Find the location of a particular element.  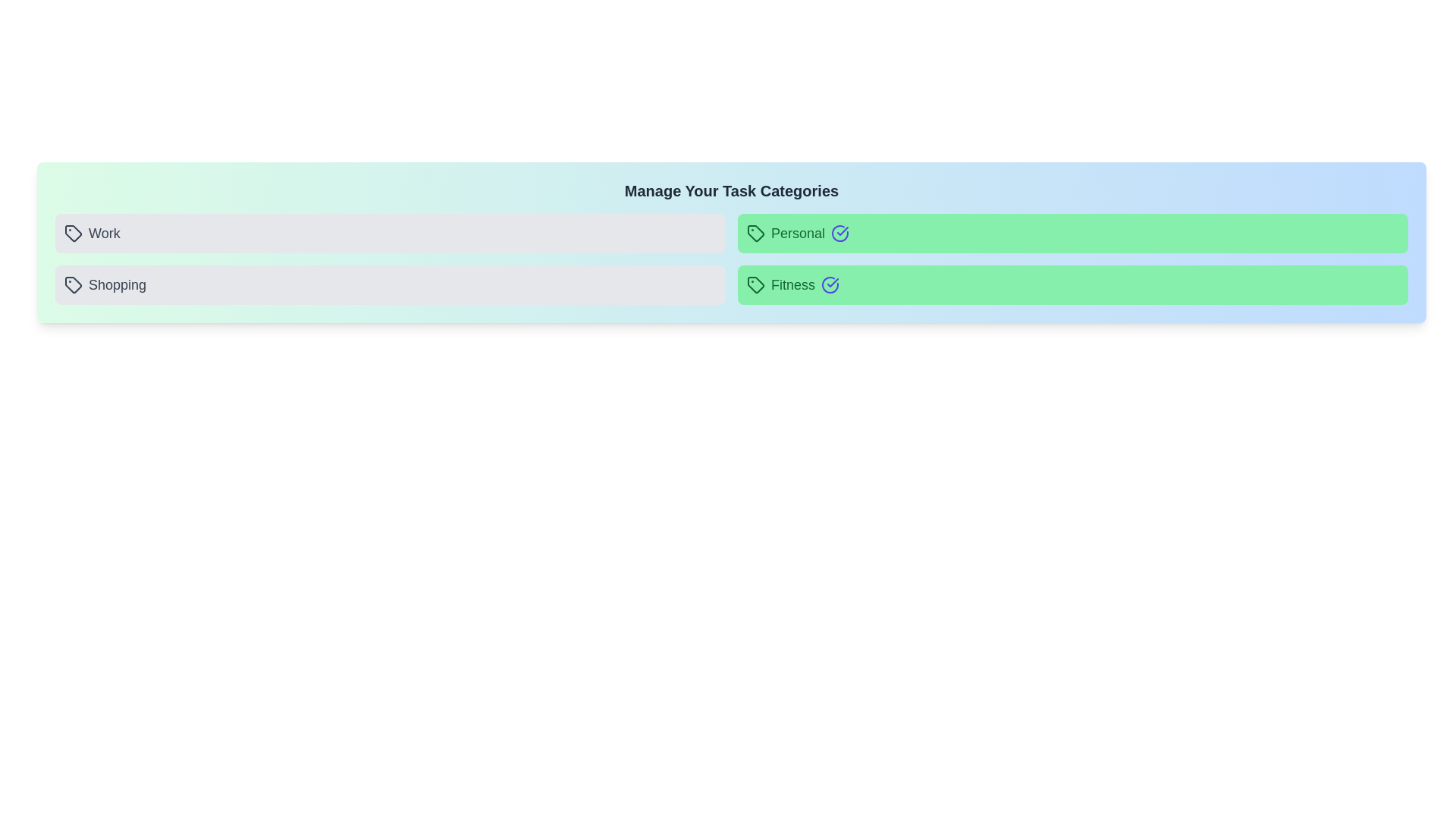

the category Fitness by clicking on it is located at coordinates (1072, 284).